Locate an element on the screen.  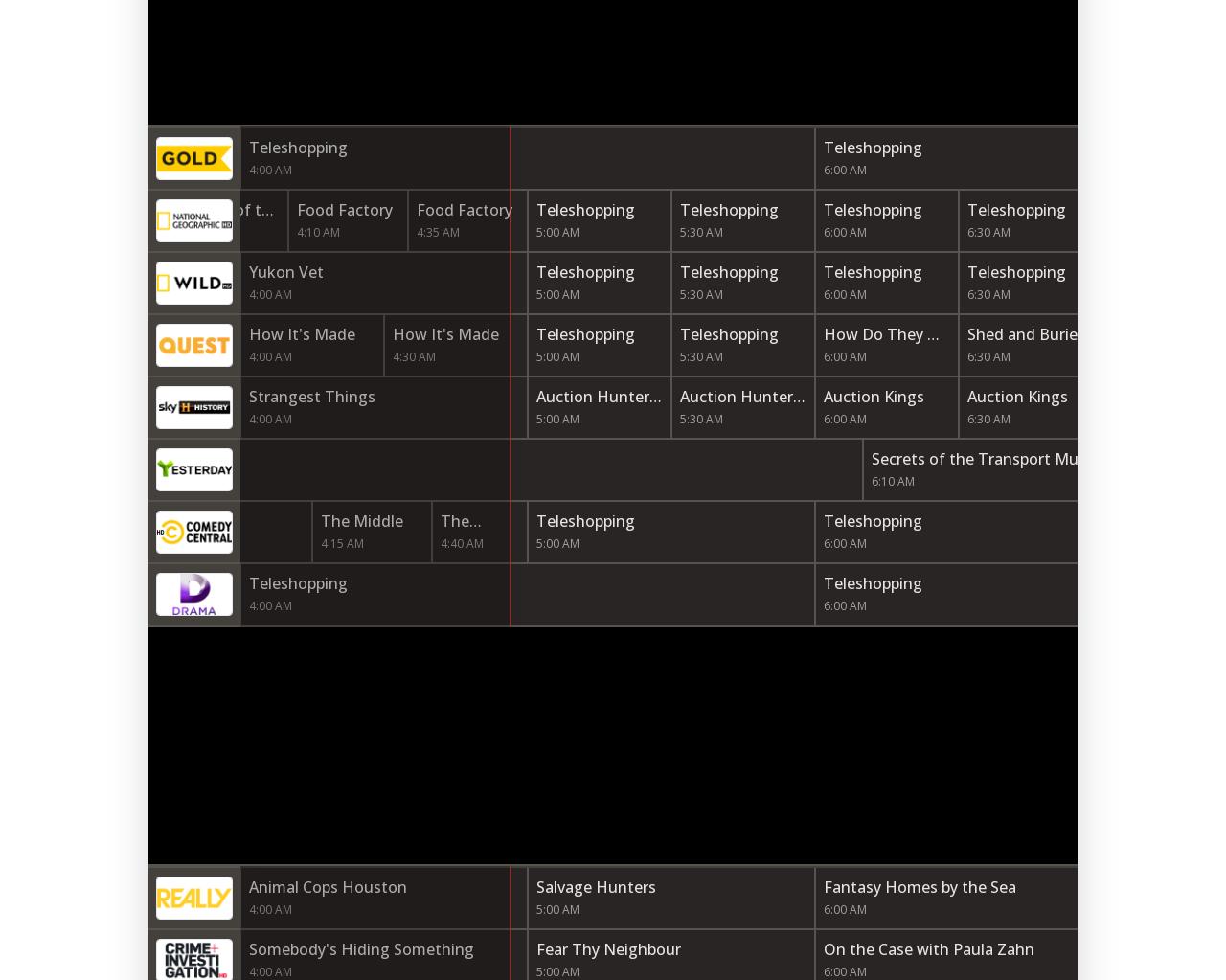
'4:35 AM' is located at coordinates (437, 232).